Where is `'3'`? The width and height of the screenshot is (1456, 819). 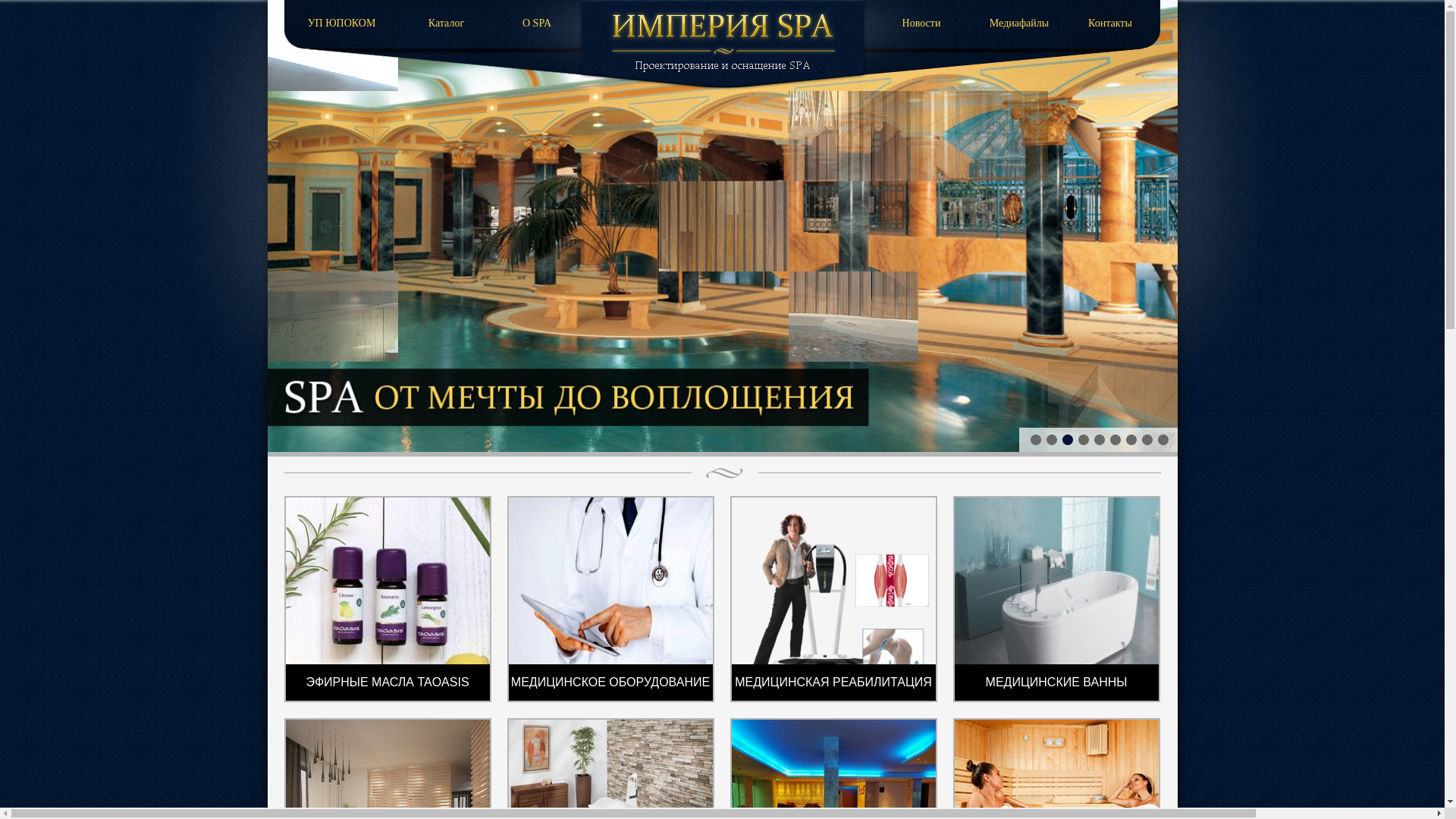
'3' is located at coordinates (1065, 439).